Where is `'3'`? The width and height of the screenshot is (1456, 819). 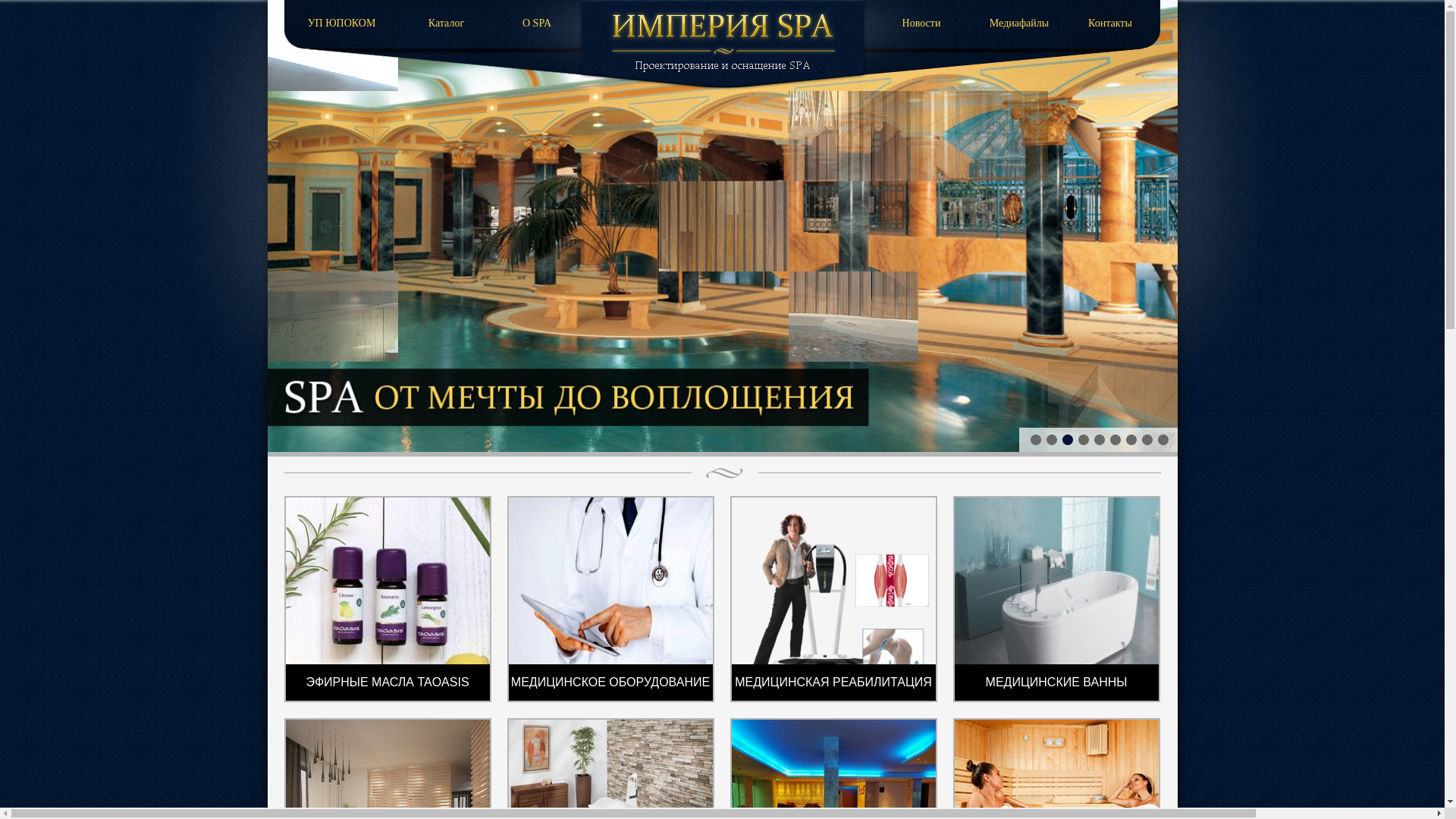
'3' is located at coordinates (1065, 439).